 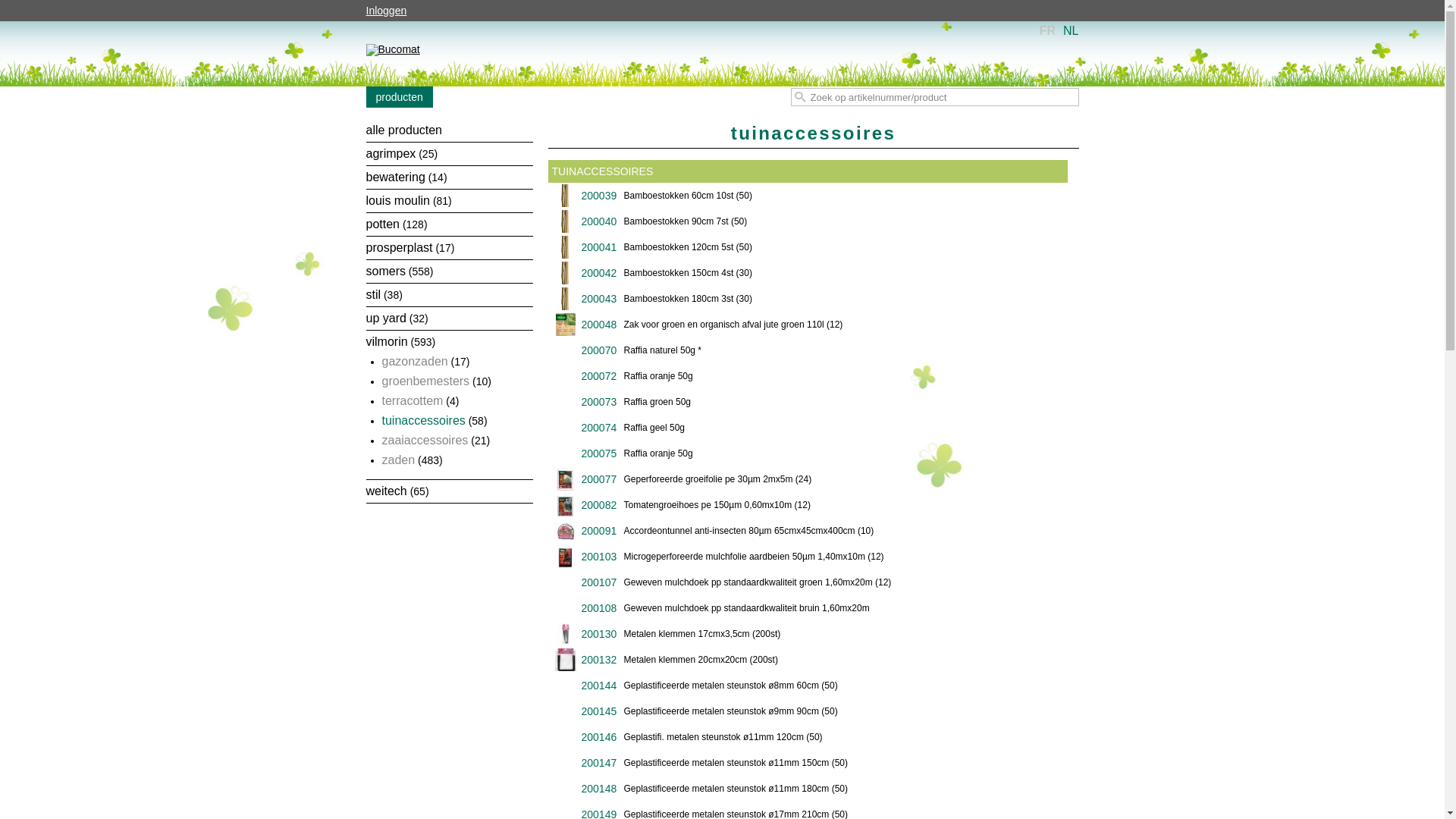 I want to click on '200070 raffia naturel 50g *', so click(x=551, y=350).